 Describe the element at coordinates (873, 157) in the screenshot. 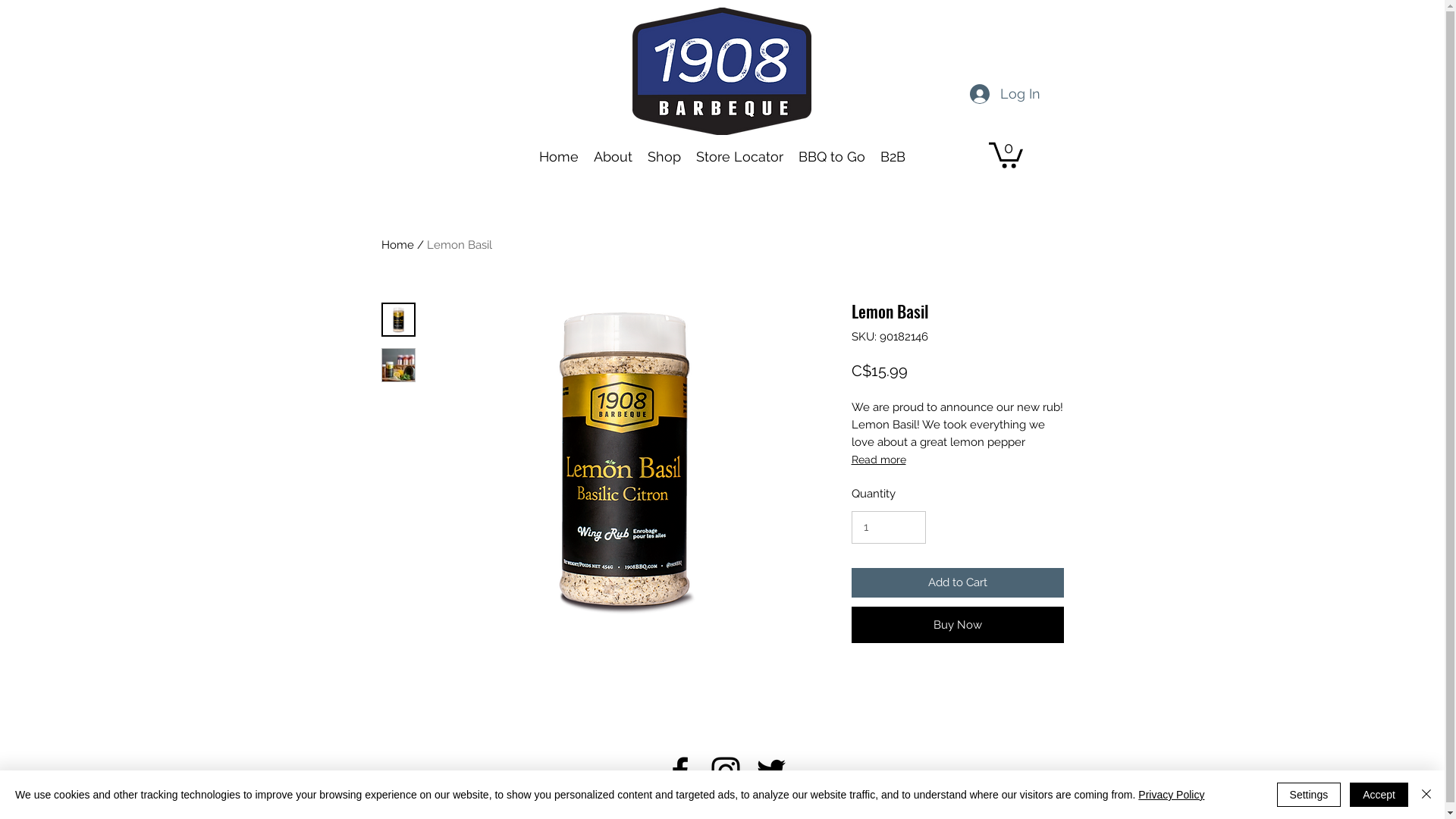

I see `'B2B'` at that location.